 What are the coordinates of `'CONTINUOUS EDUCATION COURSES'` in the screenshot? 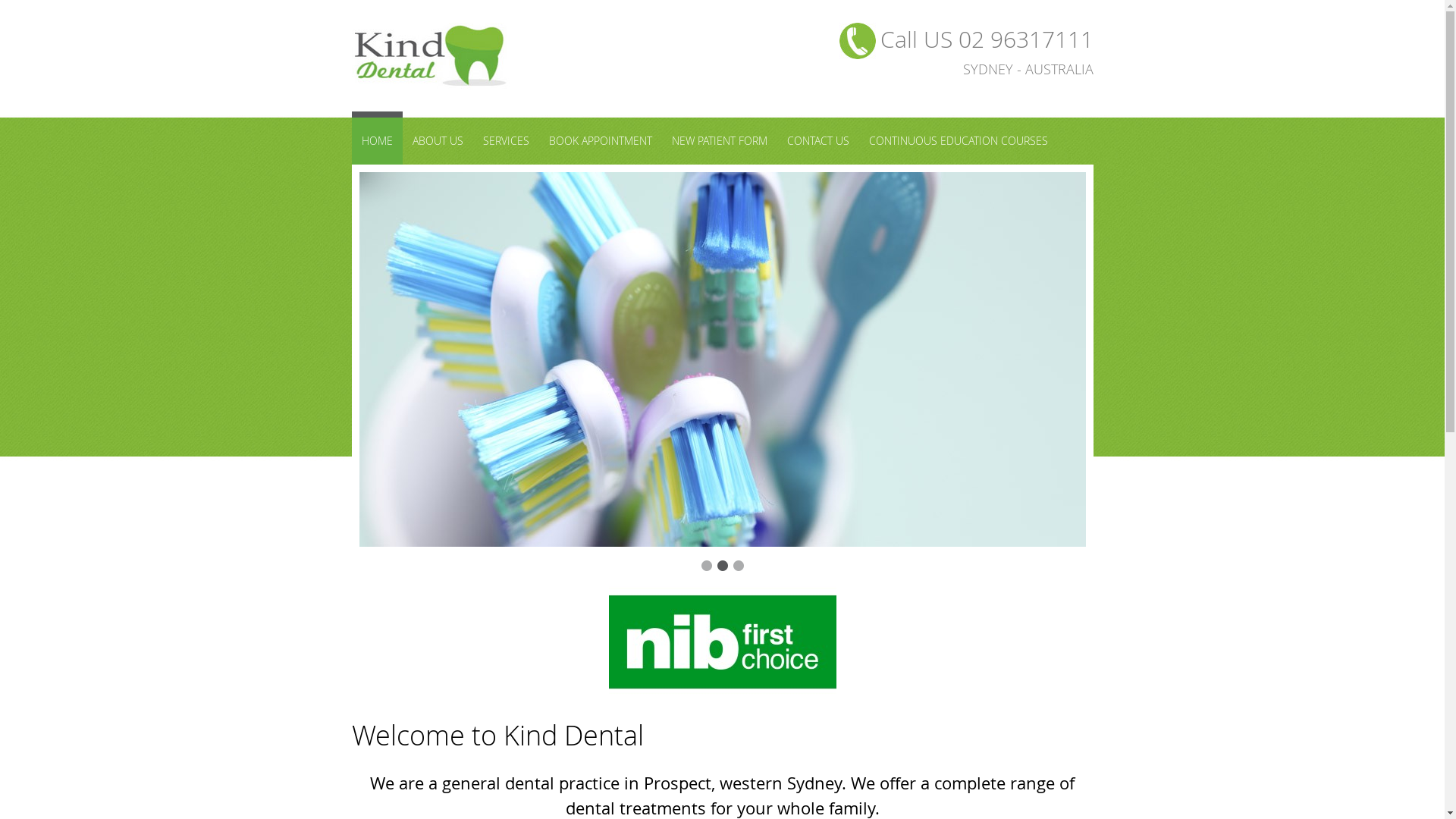 It's located at (956, 140).